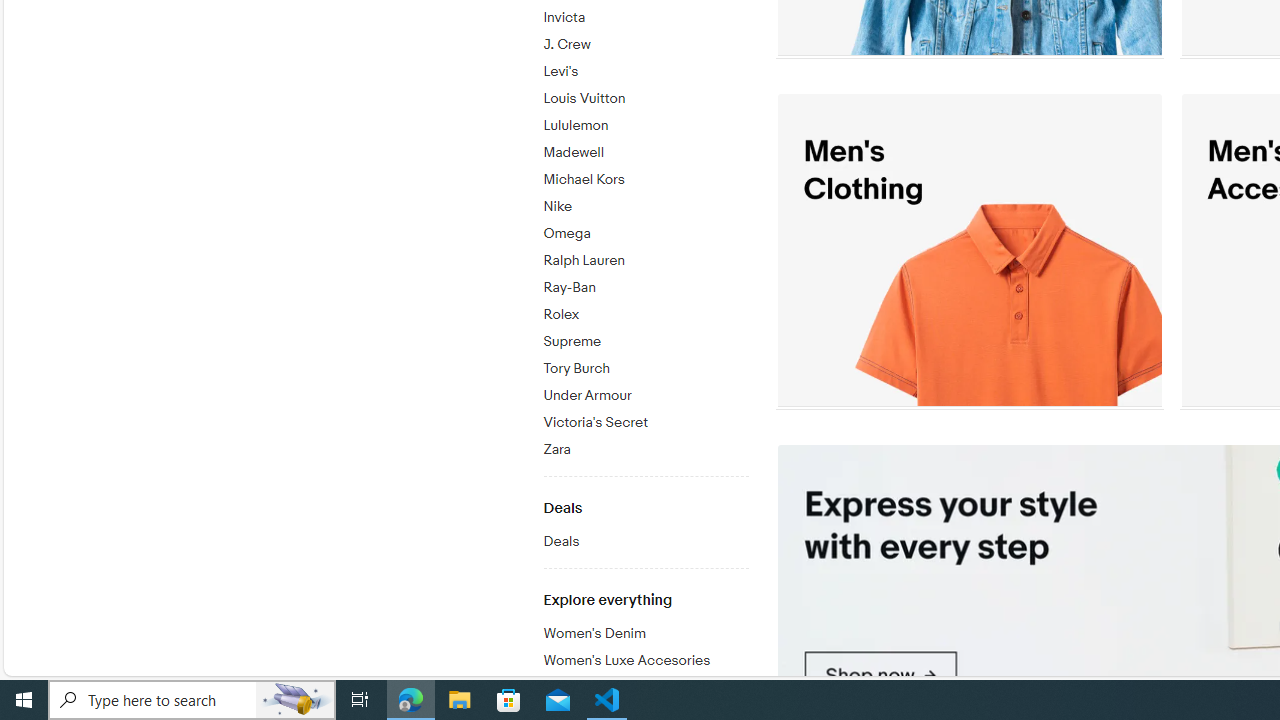 The image size is (1280, 720). I want to click on 'Nike', so click(645, 203).